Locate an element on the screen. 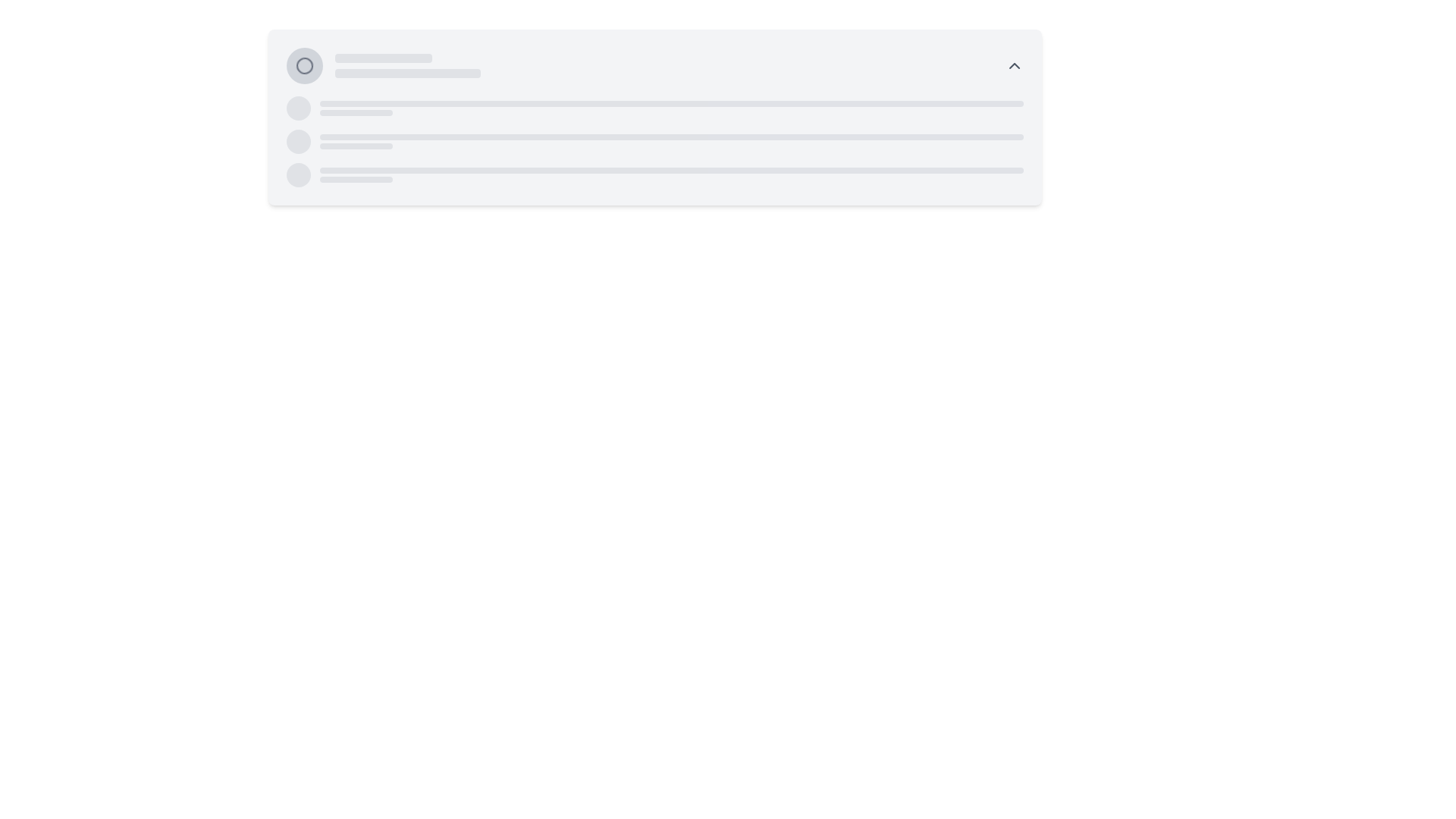 Image resolution: width=1456 pixels, height=819 pixels. the first Placeholder row in the vertical list, which consists of a circular gray placeholder on the left, an elongated rectangular bar in the center, and a smaller rectangular block below it, all with an animated pulse effect is located at coordinates (655, 107).